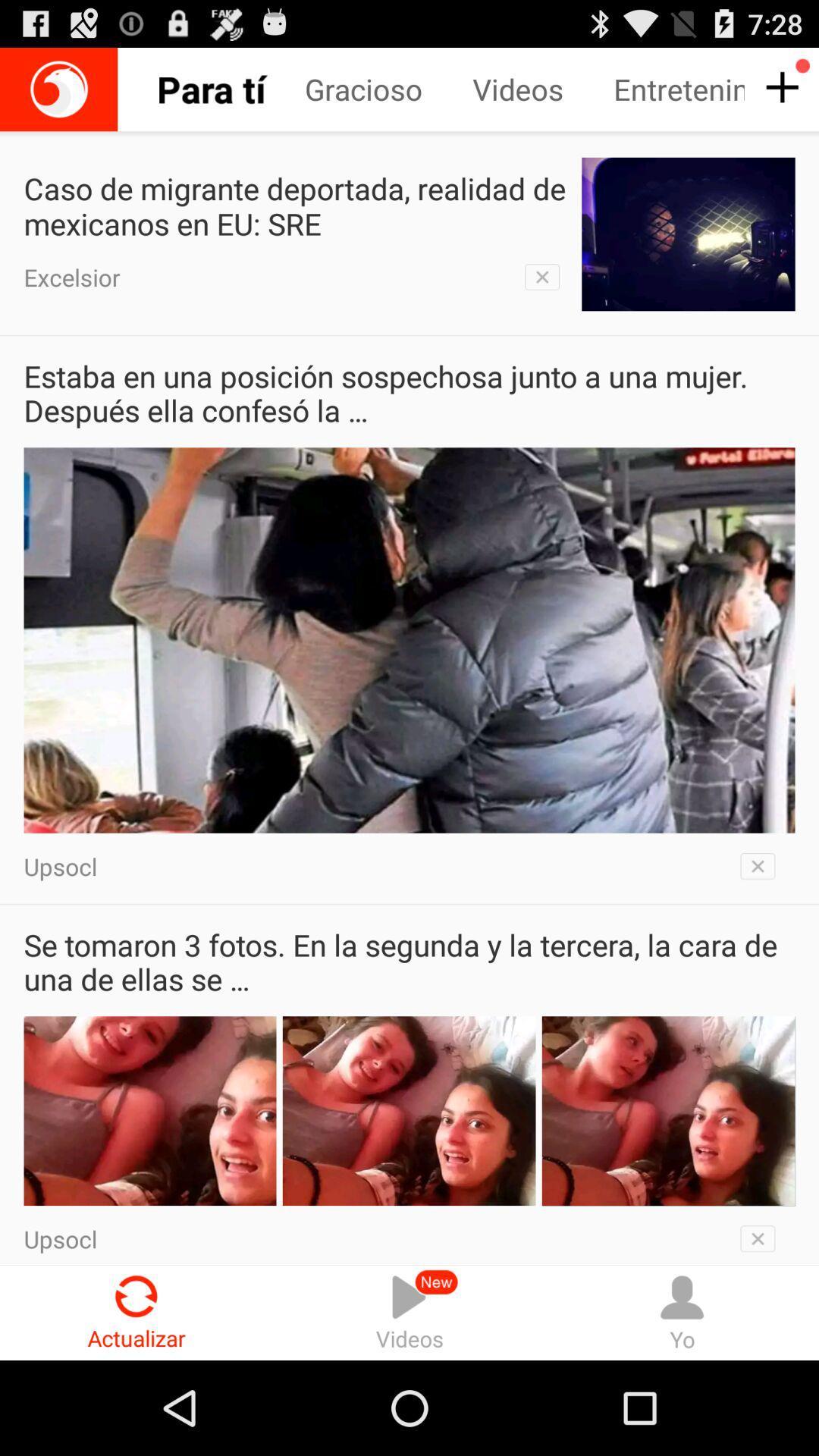 This screenshot has width=819, height=1456. I want to click on return to homepage, so click(58, 89).